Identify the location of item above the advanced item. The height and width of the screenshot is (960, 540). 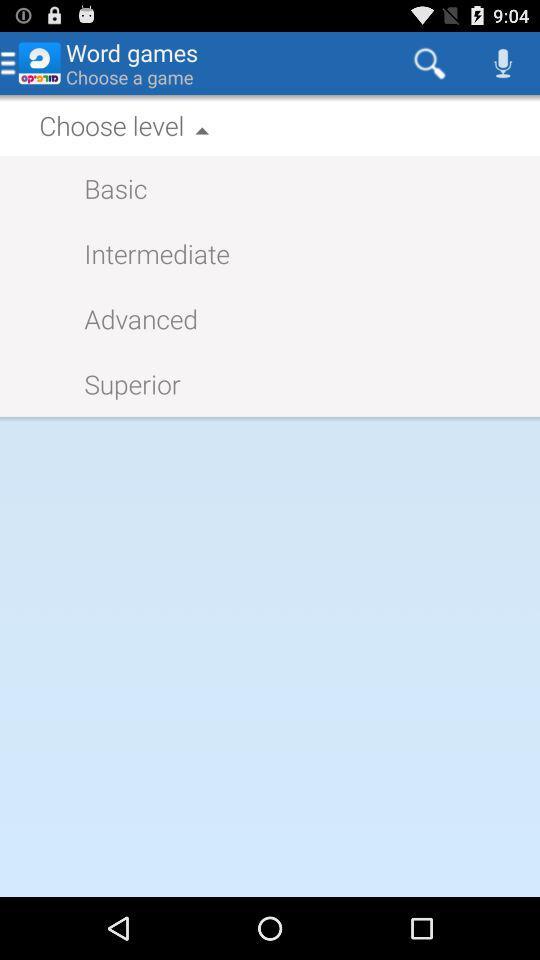
(146, 252).